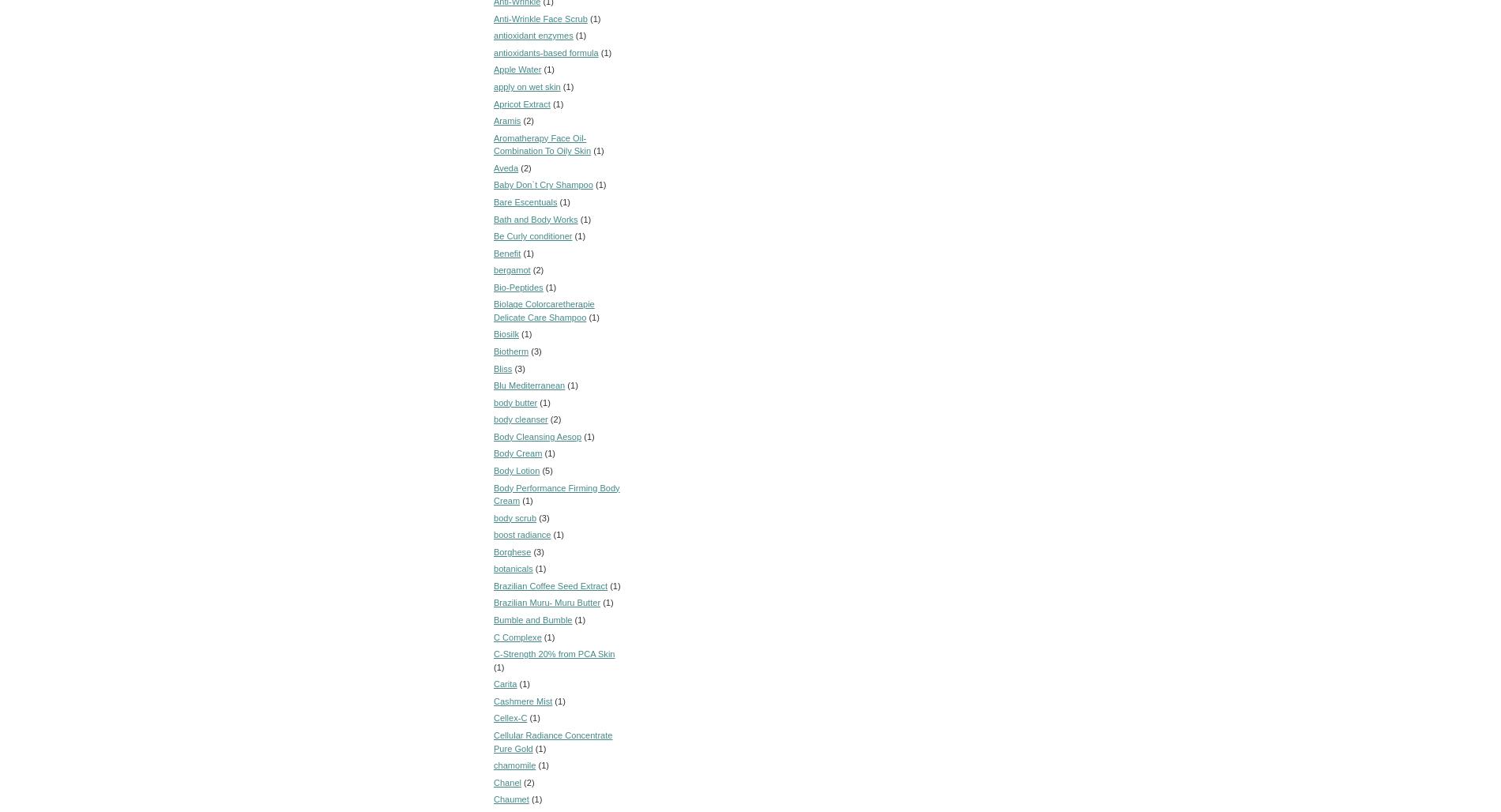  What do you see at coordinates (546, 51) in the screenshot?
I see `'antioxidants-based formula'` at bounding box center [546, 51].